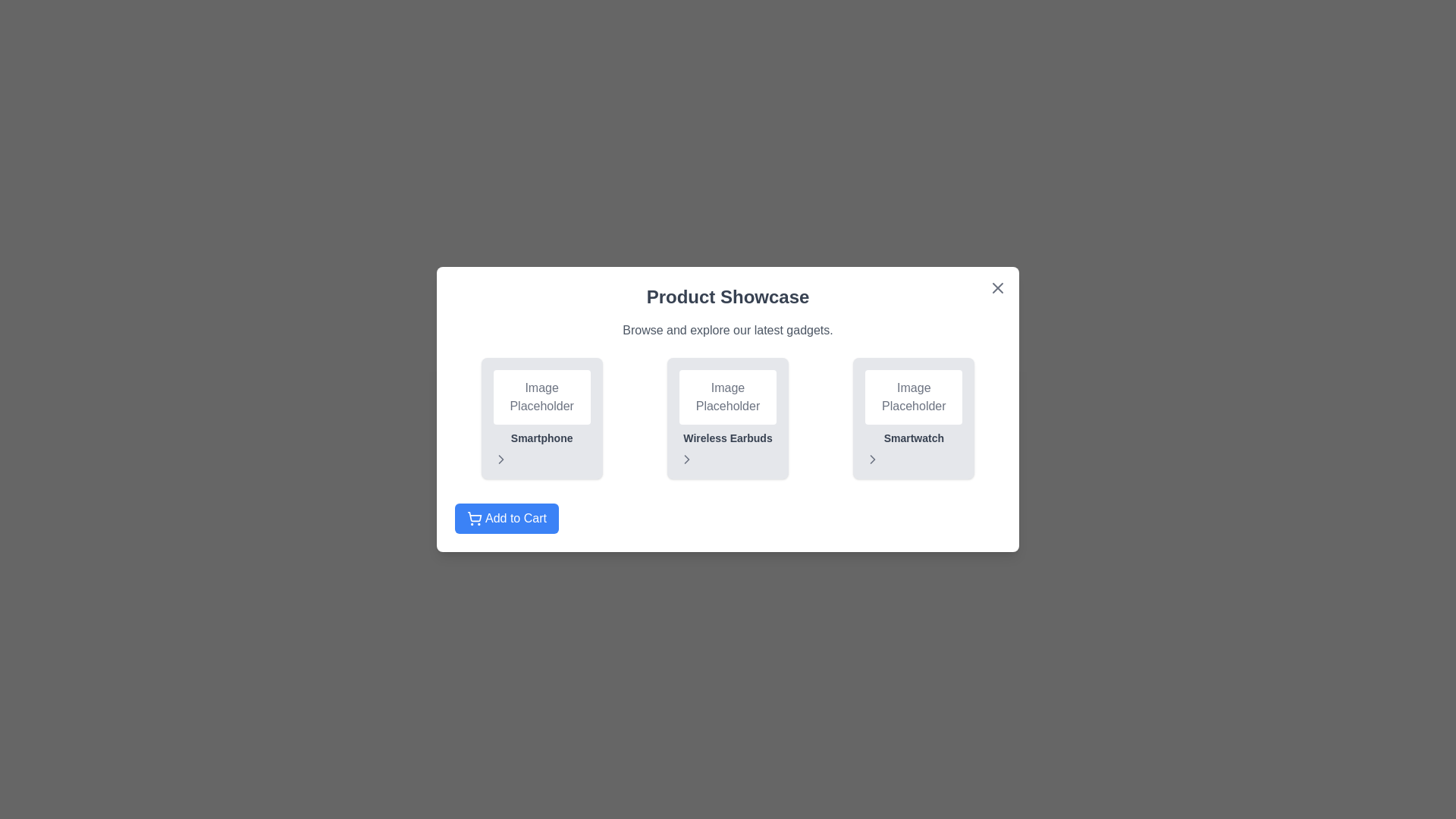 This screenshot has height=819, width=1456. What do you see at coordinates (541, 397) in the screenshot?
I see `the placeholder text area that represents where an image might be displayed in the upper section of the first card labeled 'Smartphone'` at bounding box center [541, 397].